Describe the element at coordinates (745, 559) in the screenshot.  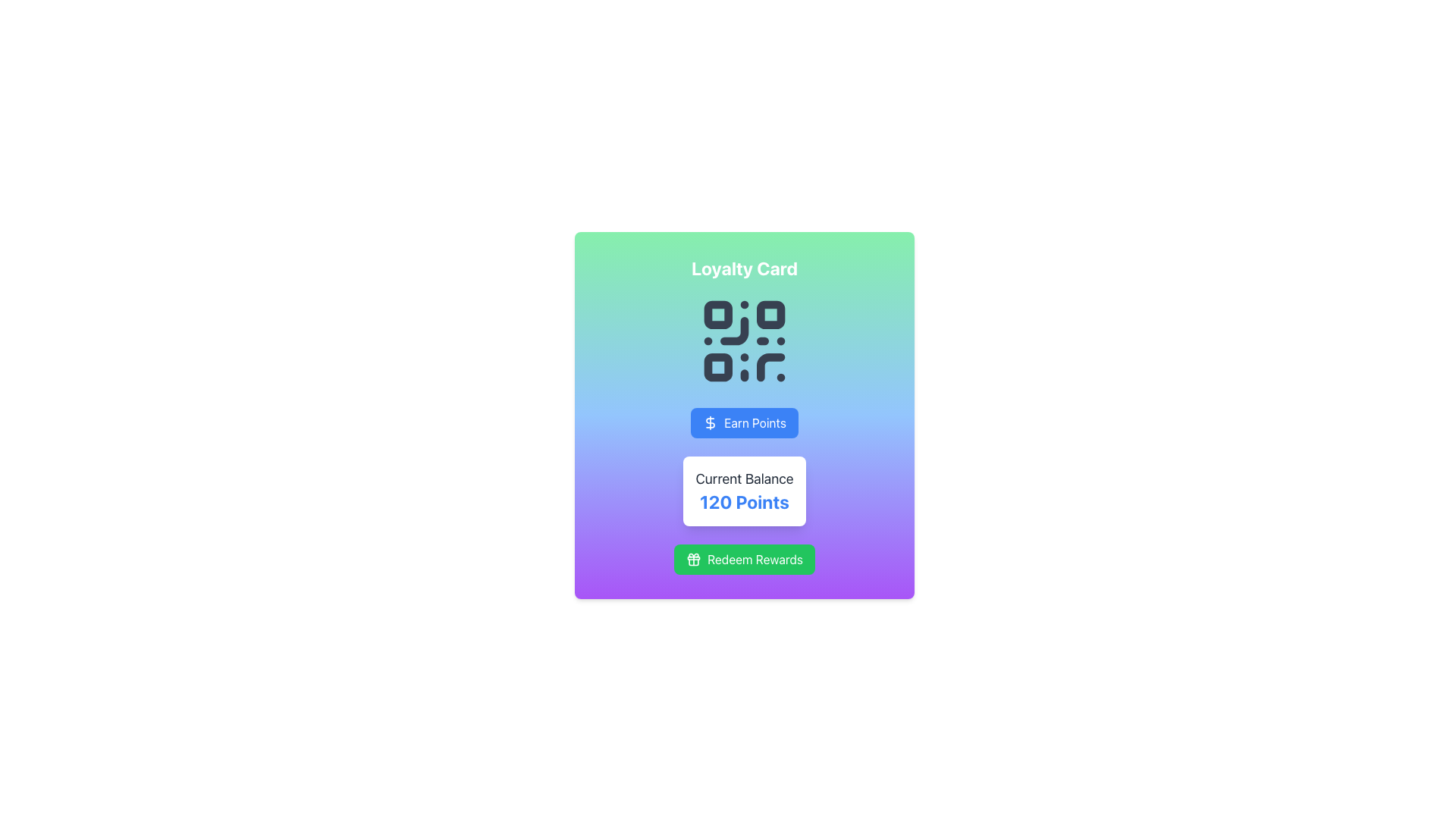
I see `the green 'Redeem Rewards' button with a white gift icon` at that location.